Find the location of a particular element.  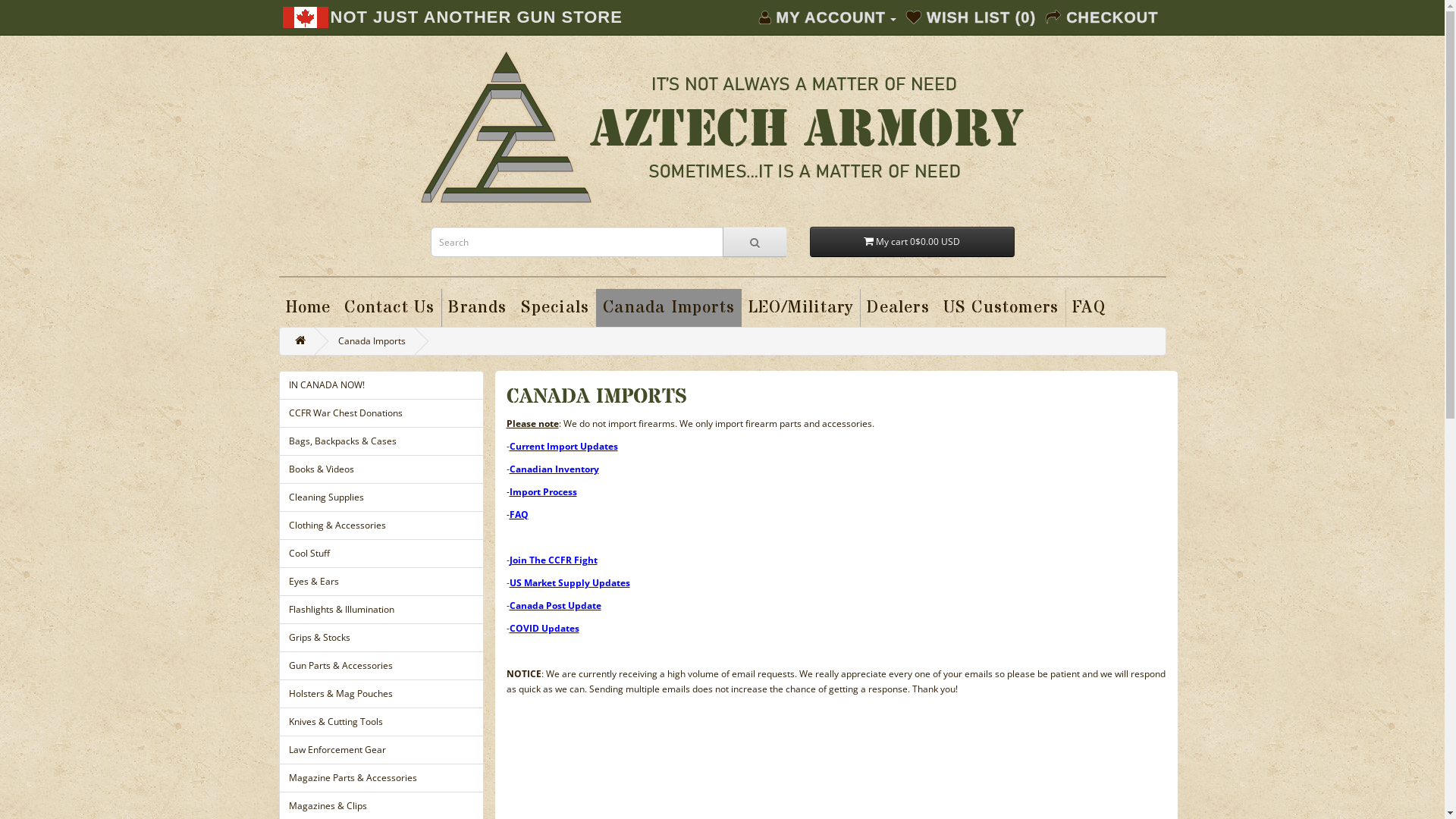

'Grips & Stocks' is located at coordinates (279, 637).